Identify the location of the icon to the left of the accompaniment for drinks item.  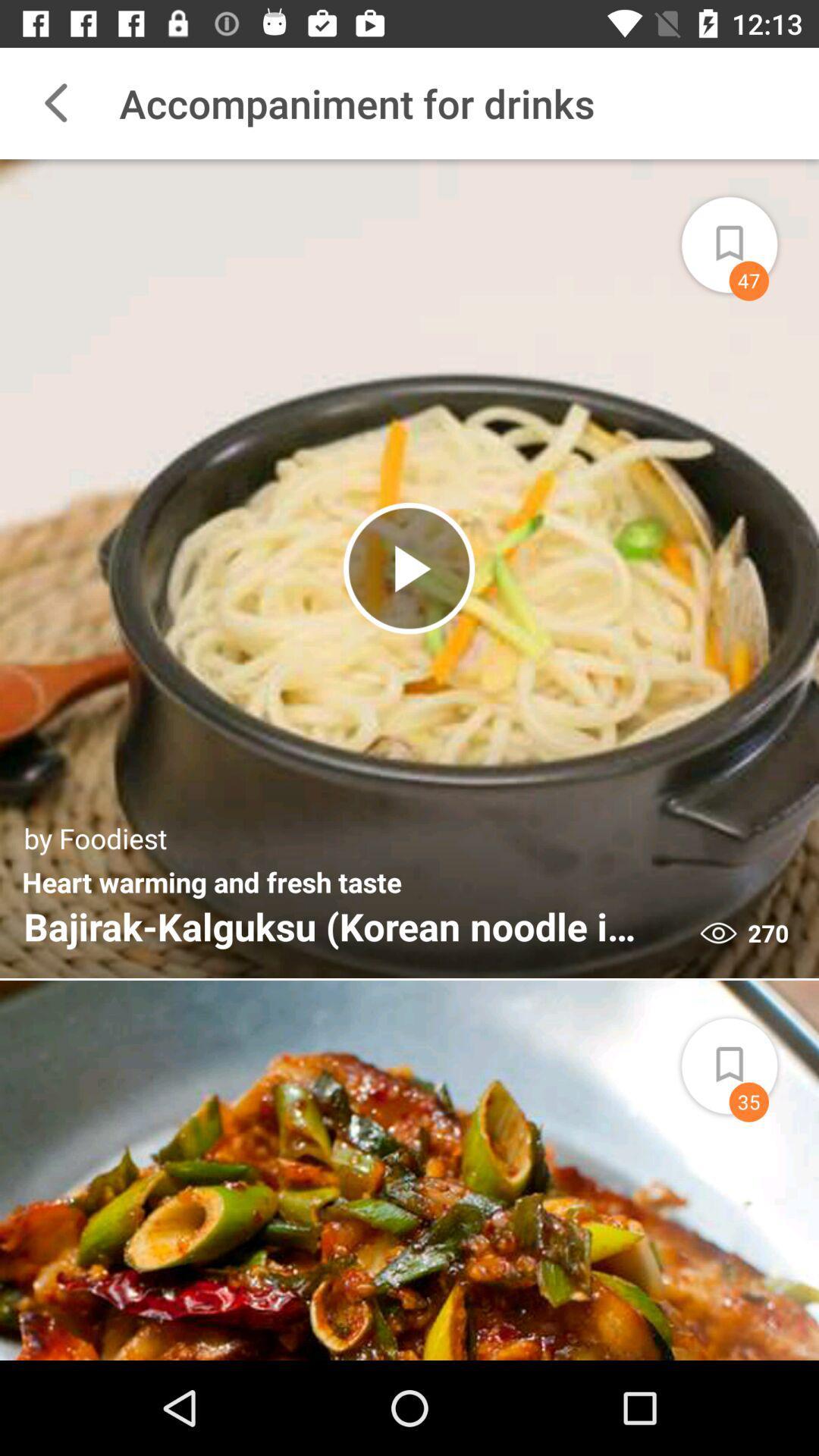
(55, 102).